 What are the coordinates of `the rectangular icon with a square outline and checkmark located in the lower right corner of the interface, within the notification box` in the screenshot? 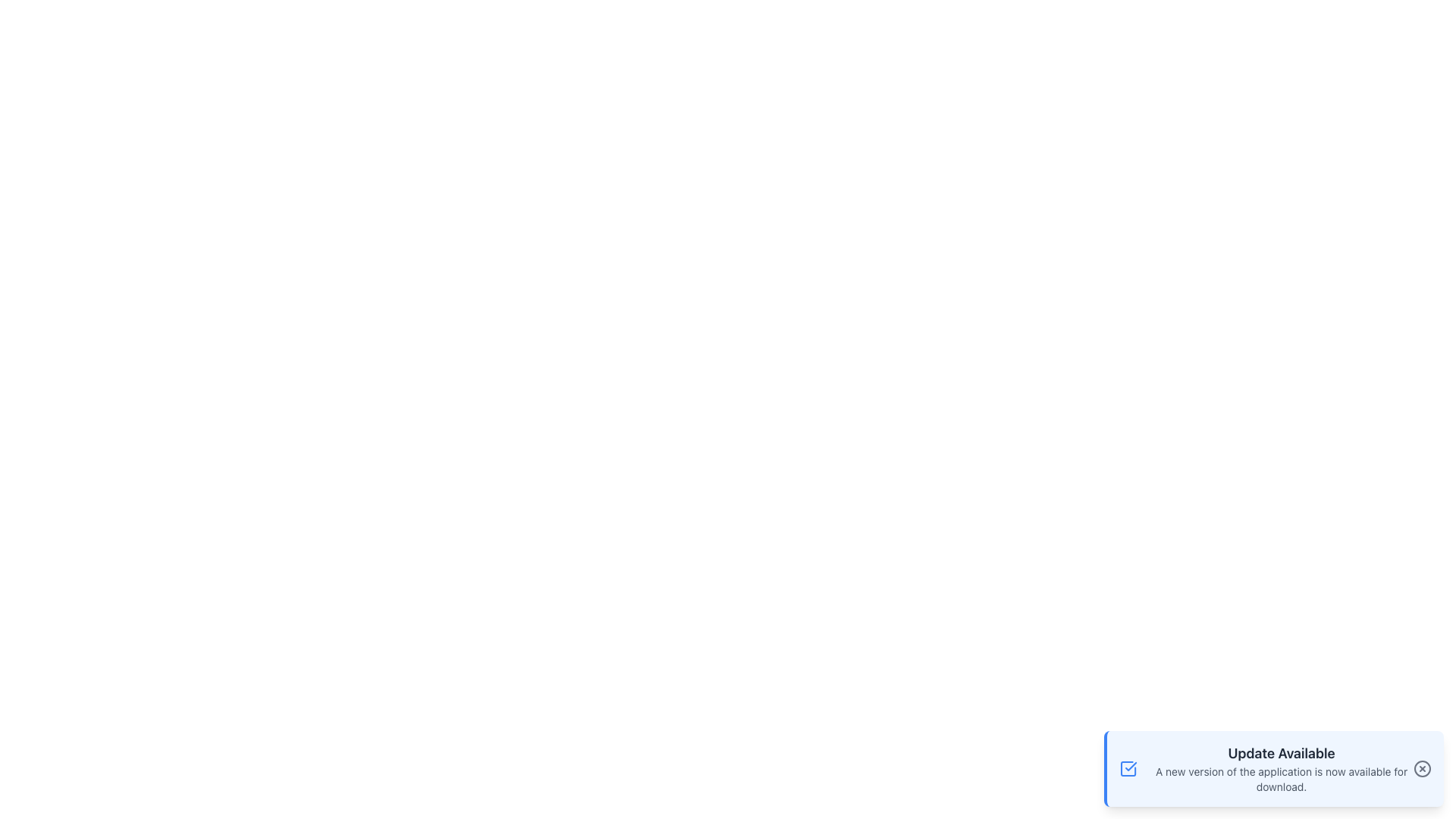 It's located at (1128, 769).